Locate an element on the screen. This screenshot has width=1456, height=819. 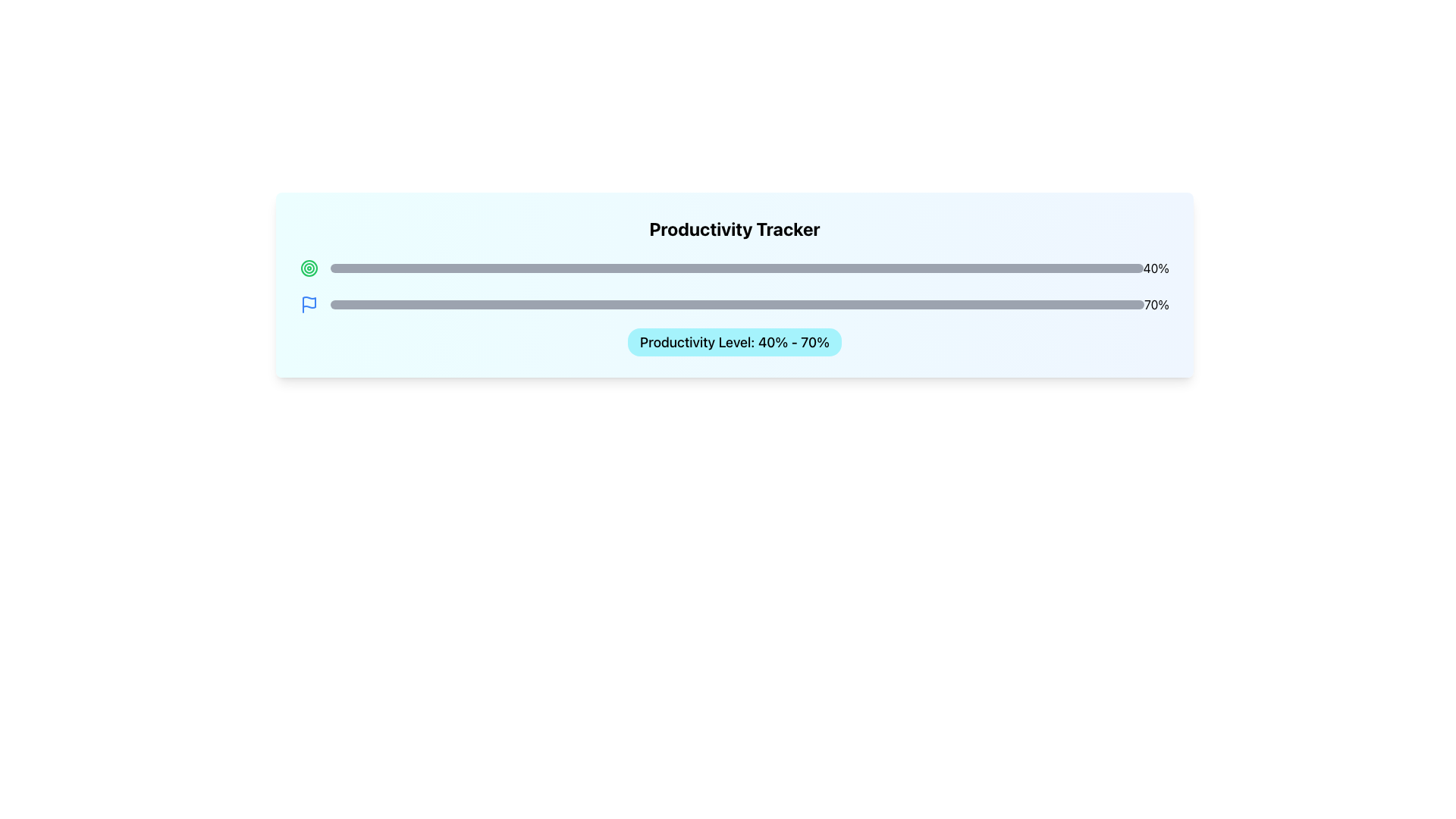
the current range value of the Progress Bar located beneath the percentage label and above the productivity level indicator is located at coordinates (737, 304).